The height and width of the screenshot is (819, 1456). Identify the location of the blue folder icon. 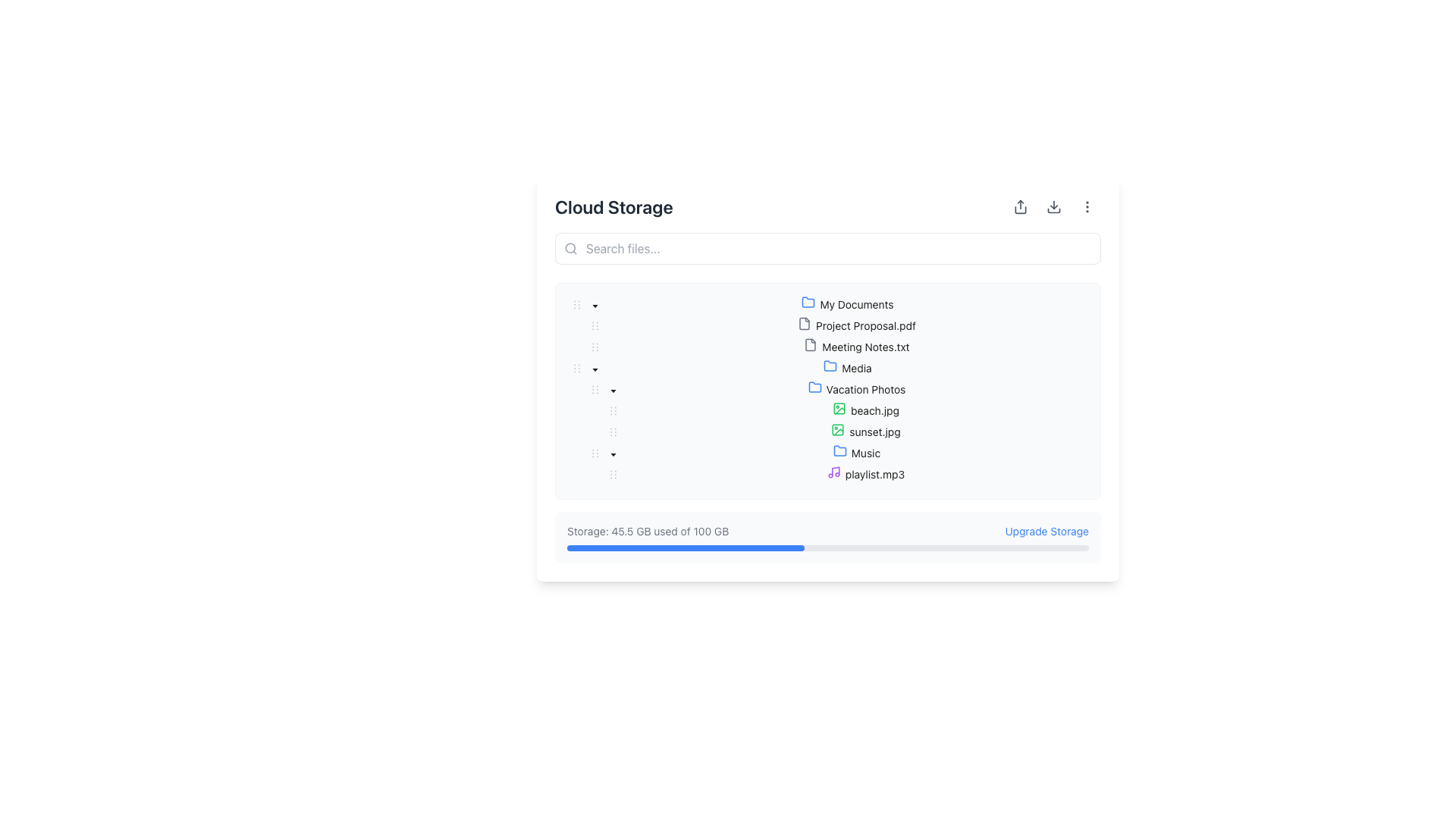
(810, 304).